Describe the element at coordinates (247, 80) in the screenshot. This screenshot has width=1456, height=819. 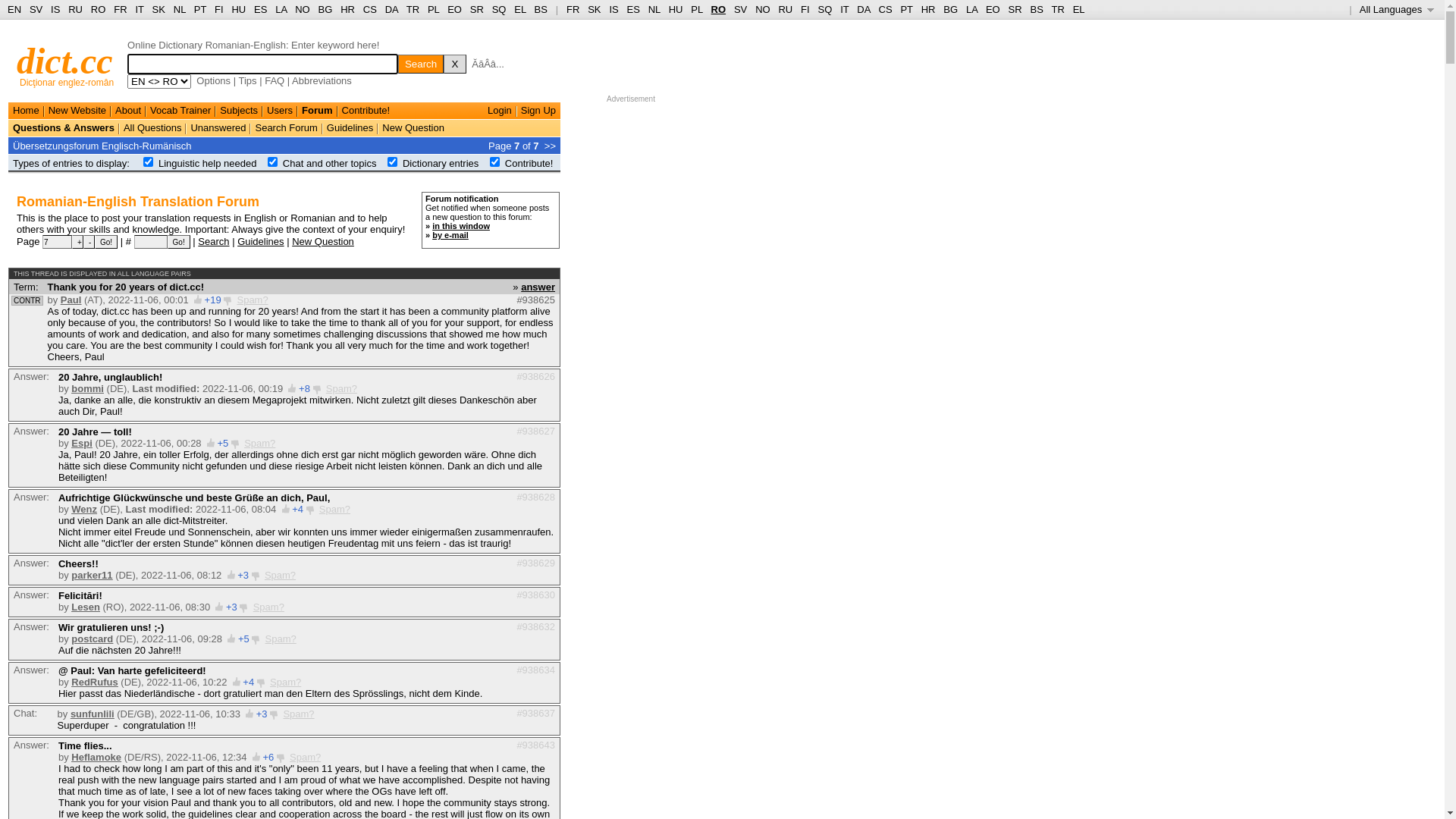
I see `'Tips'` at that location.